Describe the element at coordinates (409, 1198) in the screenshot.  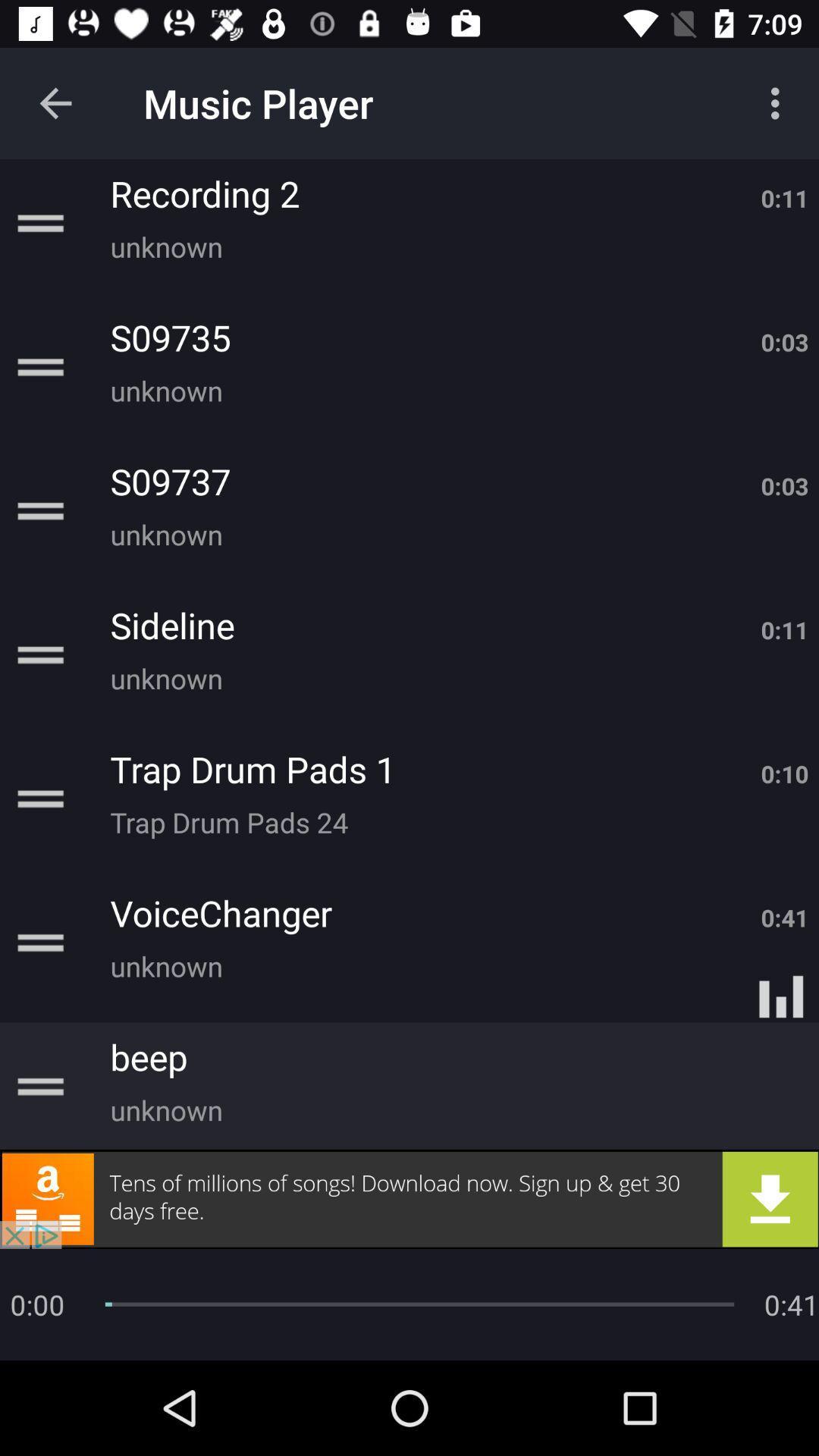
I see `advertisement button` at that location.